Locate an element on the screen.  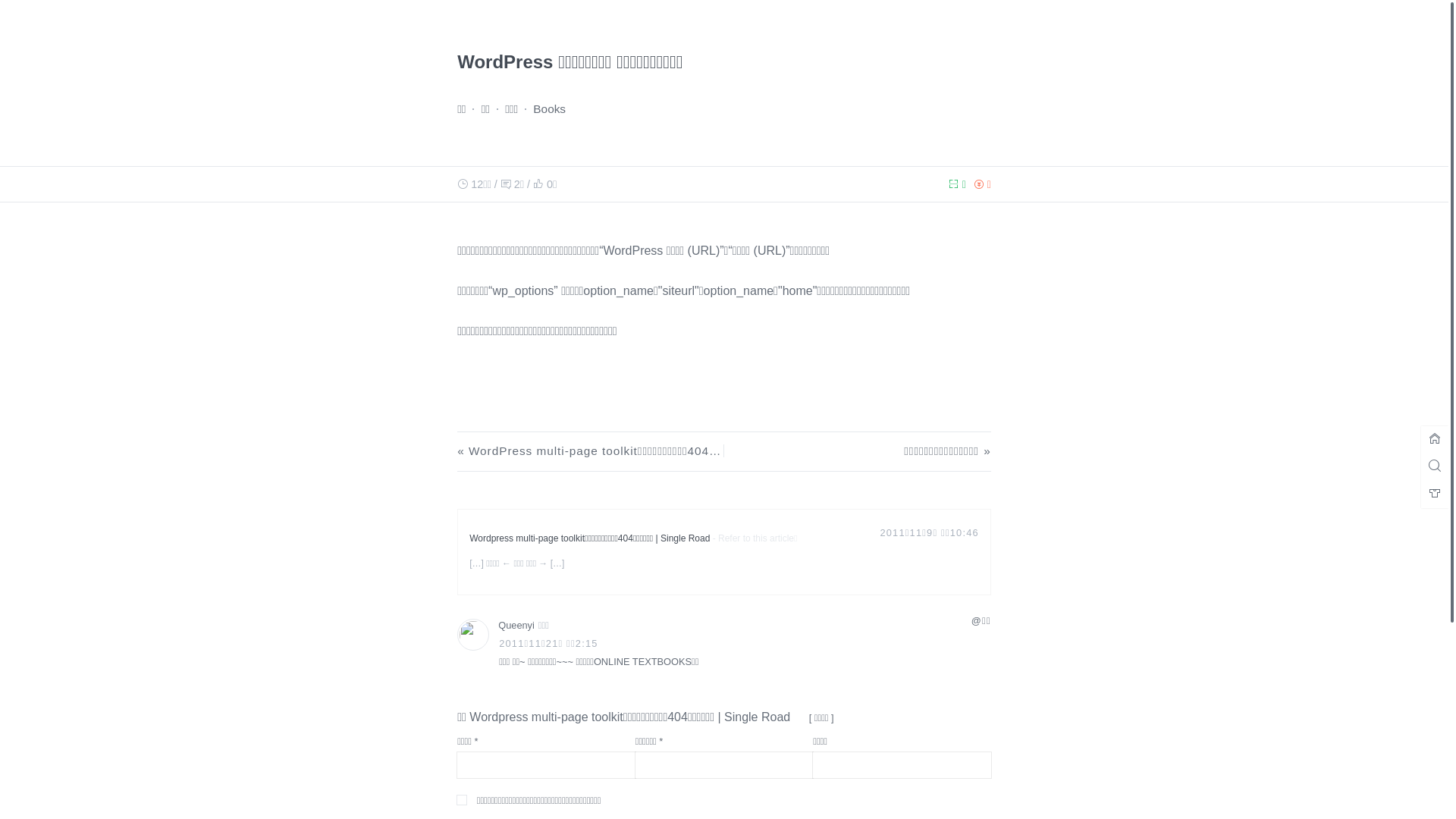
'Books' is located at coordinates (548, 108).